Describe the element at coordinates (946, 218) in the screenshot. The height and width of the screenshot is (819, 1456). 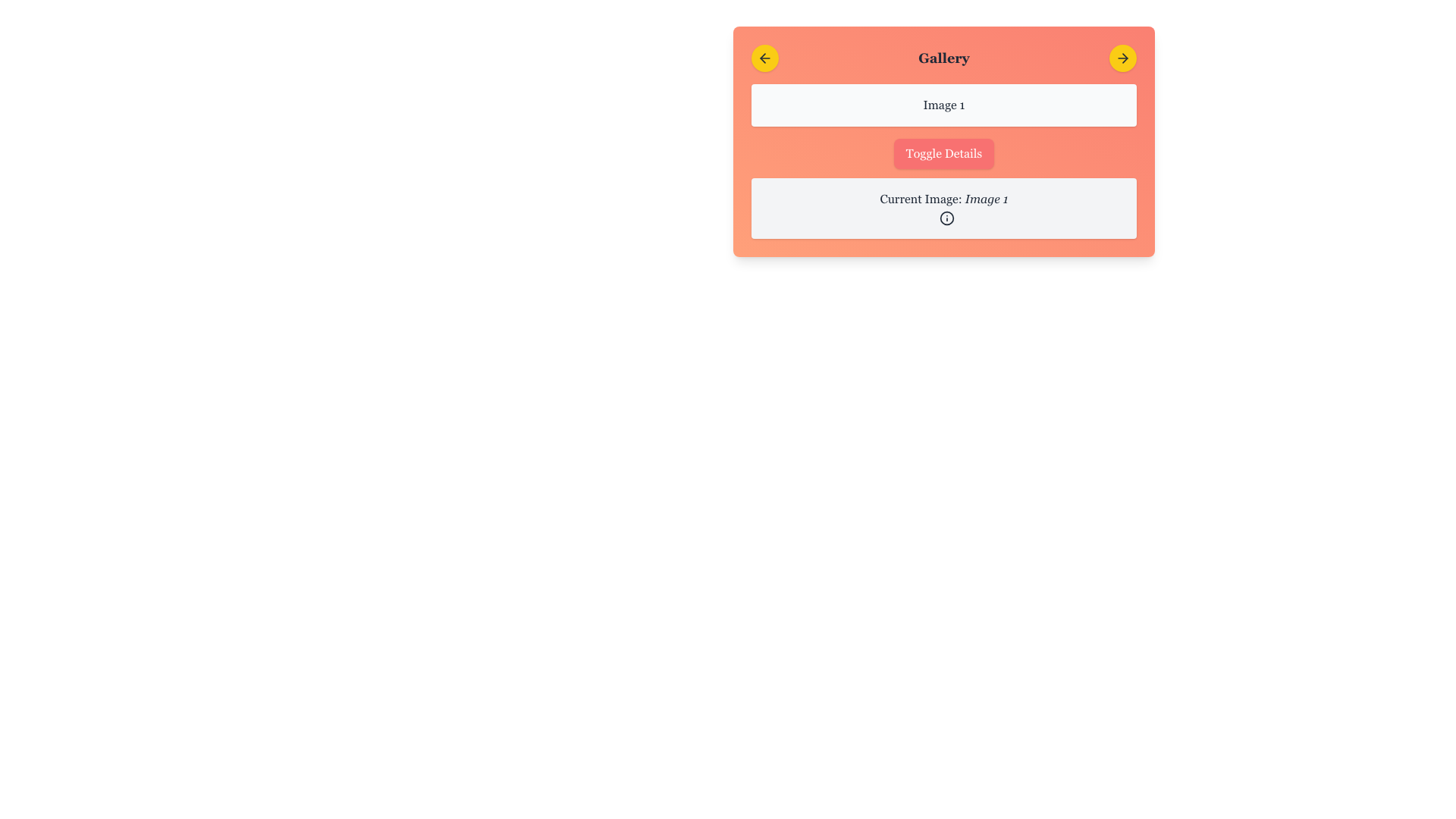
I see `the information icon, which is a small icon styled as an information symbol with a black stroke on a white background, located within the 'Current Image: Image 1' box` at that location.